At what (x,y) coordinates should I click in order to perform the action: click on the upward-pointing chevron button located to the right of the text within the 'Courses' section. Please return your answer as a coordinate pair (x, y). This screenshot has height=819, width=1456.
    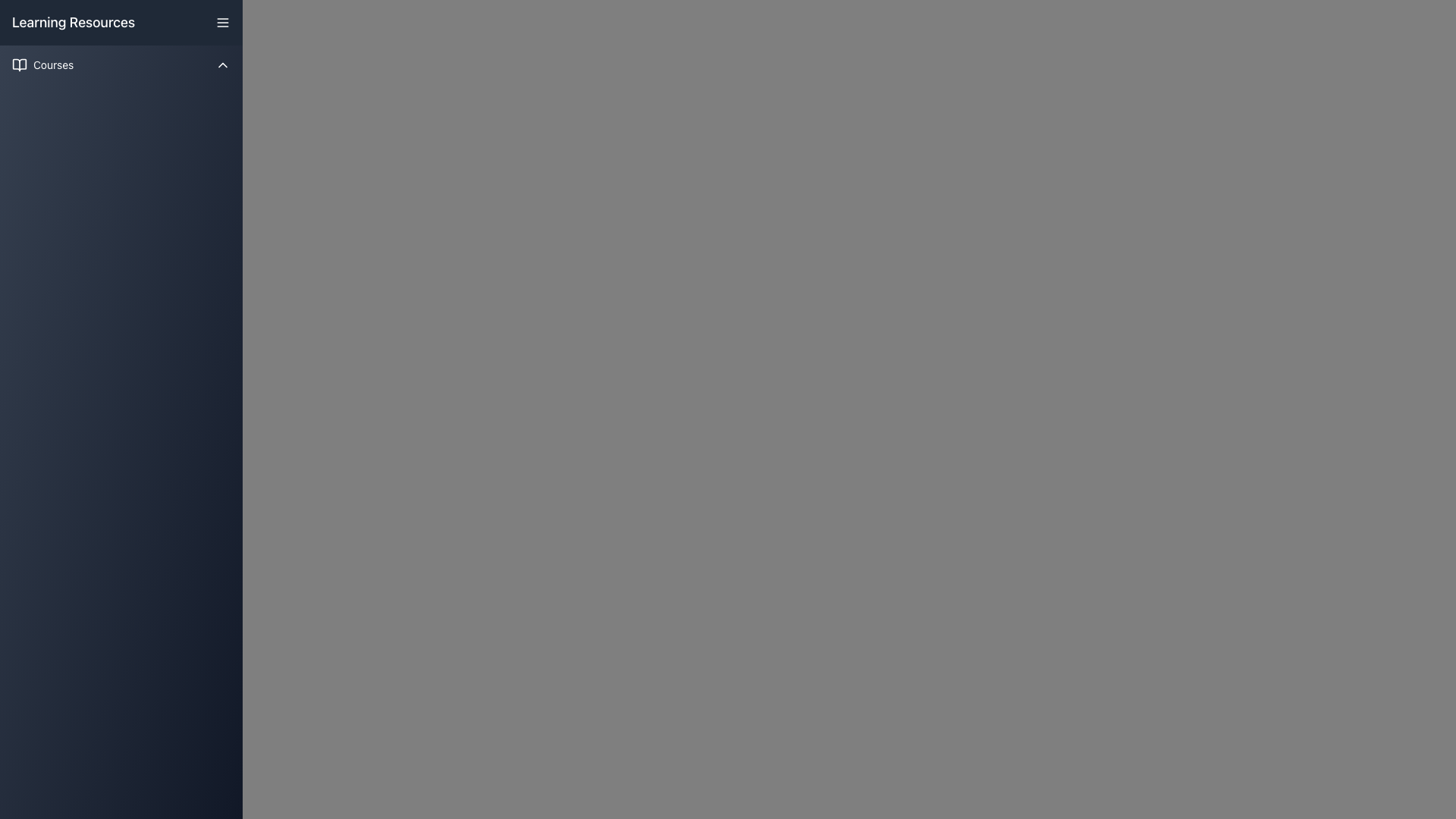
    Looking at the image, I should click on (221, 64).